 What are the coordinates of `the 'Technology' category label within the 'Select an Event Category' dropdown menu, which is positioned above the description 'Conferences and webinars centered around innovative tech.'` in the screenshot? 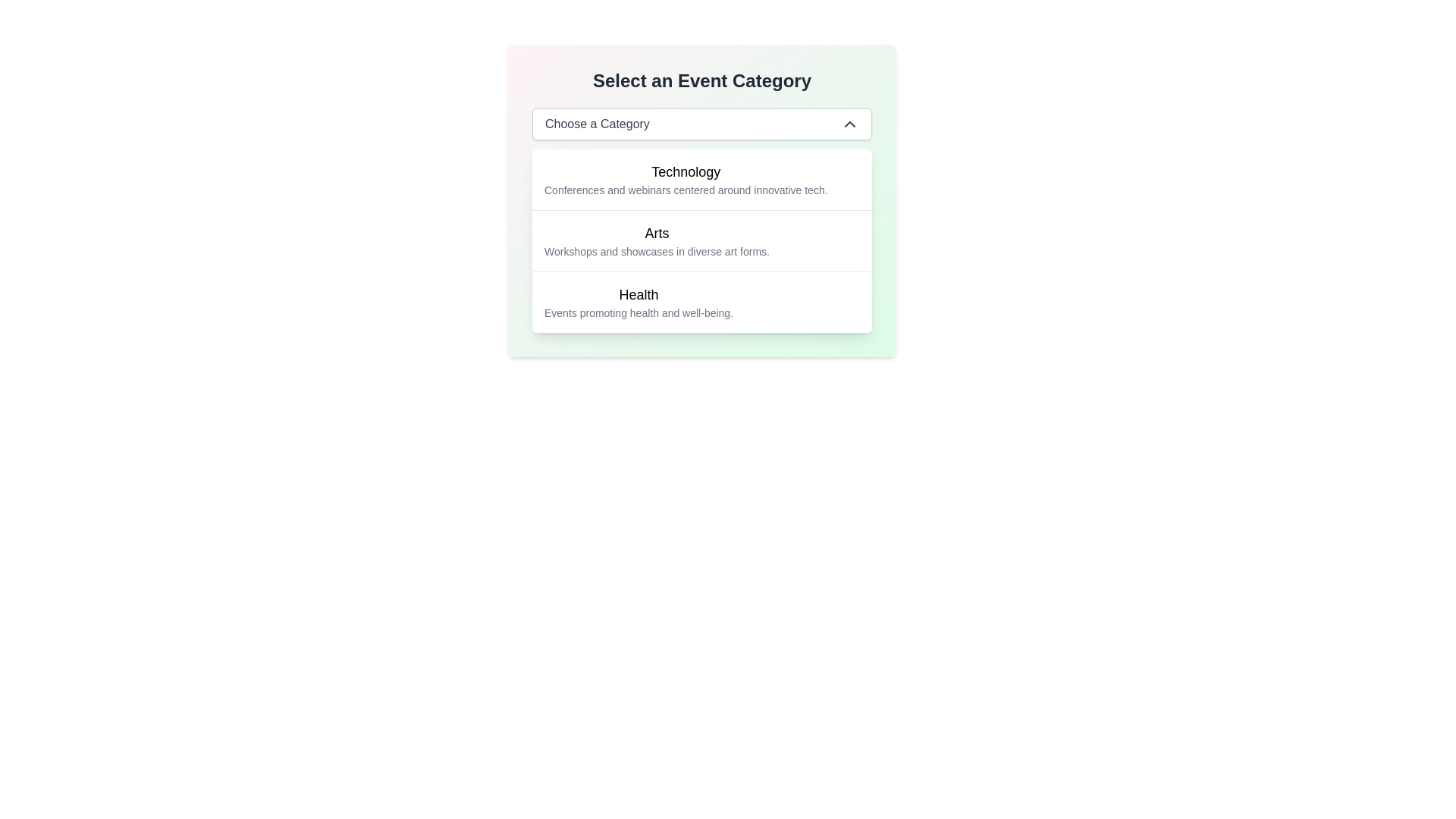 It's located at (685, 171).